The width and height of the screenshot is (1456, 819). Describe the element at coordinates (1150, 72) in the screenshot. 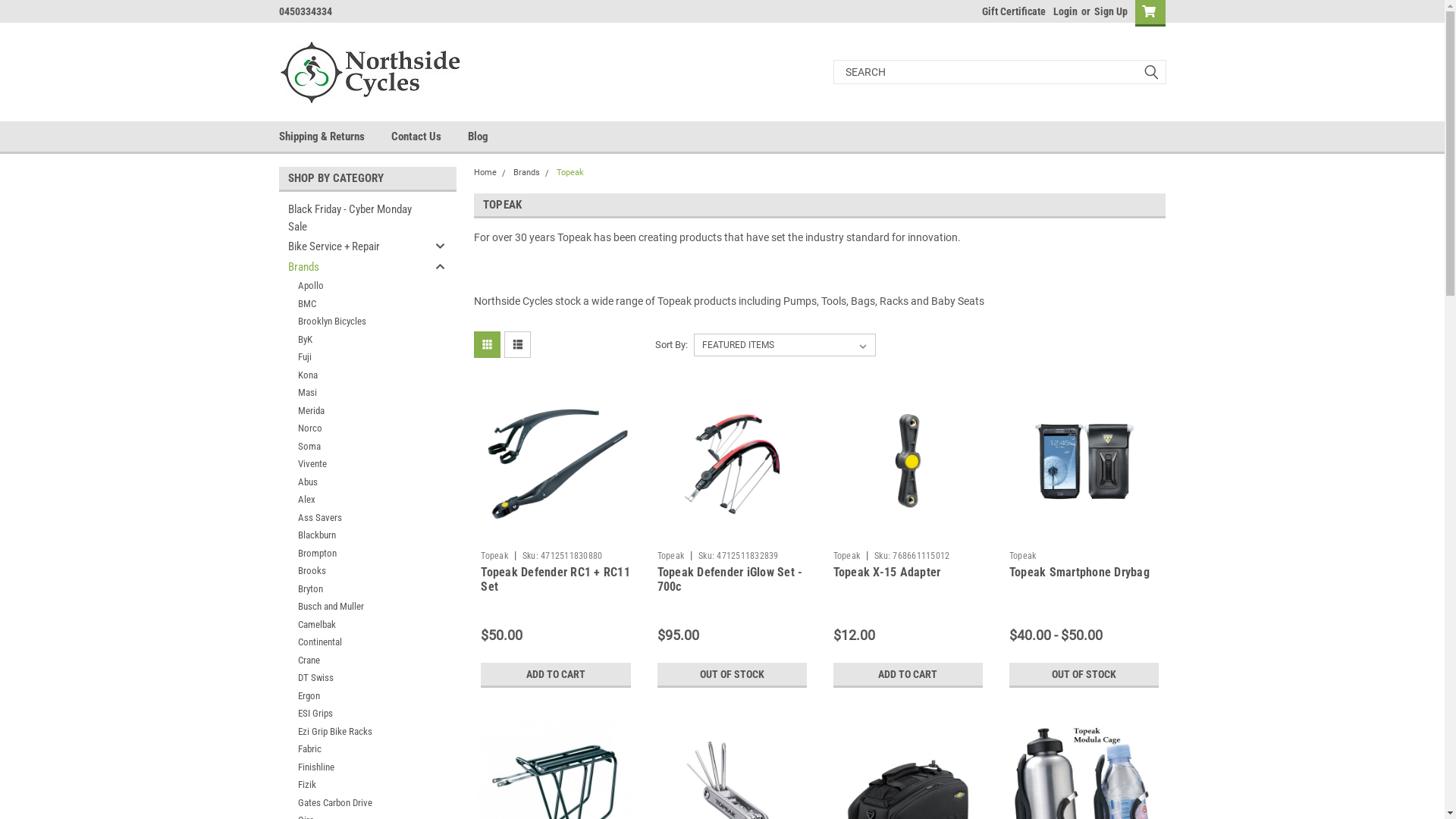

I see `'submit'` at that location.